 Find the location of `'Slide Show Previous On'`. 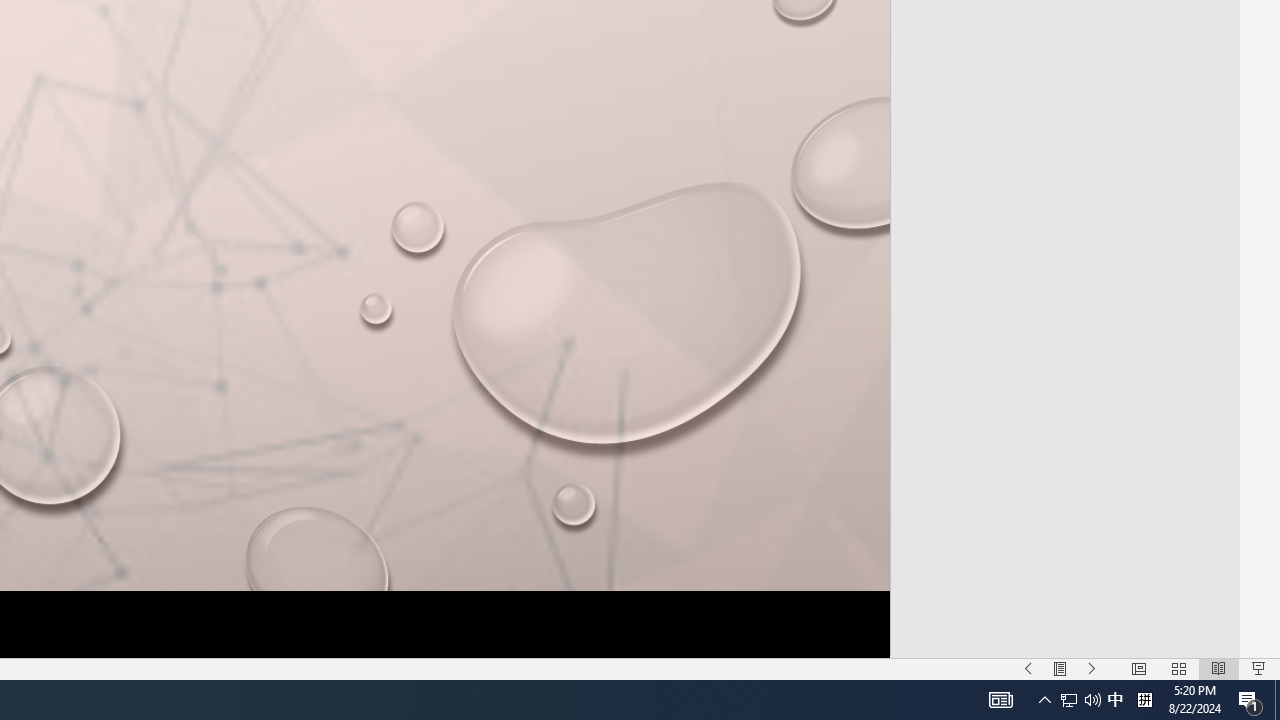

'Slide Show Previous On' is located at coordinates (1028, 669).